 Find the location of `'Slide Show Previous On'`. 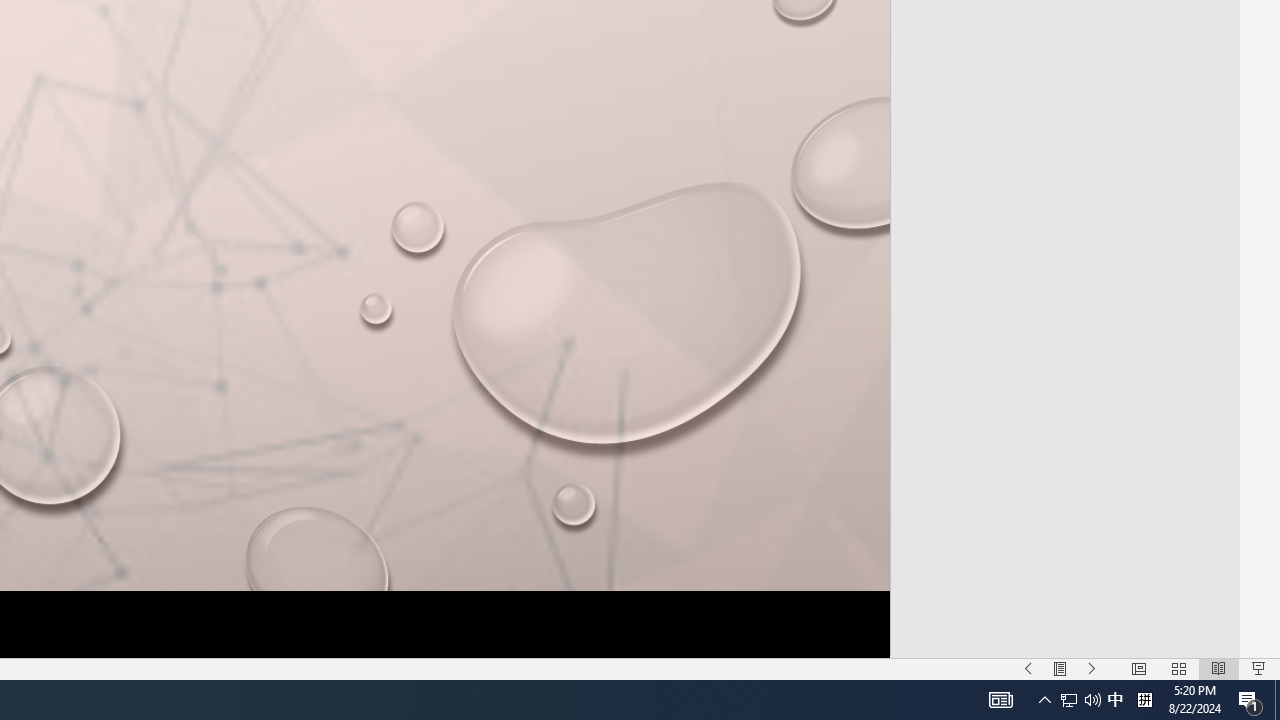

'Slide Show Previous On' is located at coordinates (1028, 669).